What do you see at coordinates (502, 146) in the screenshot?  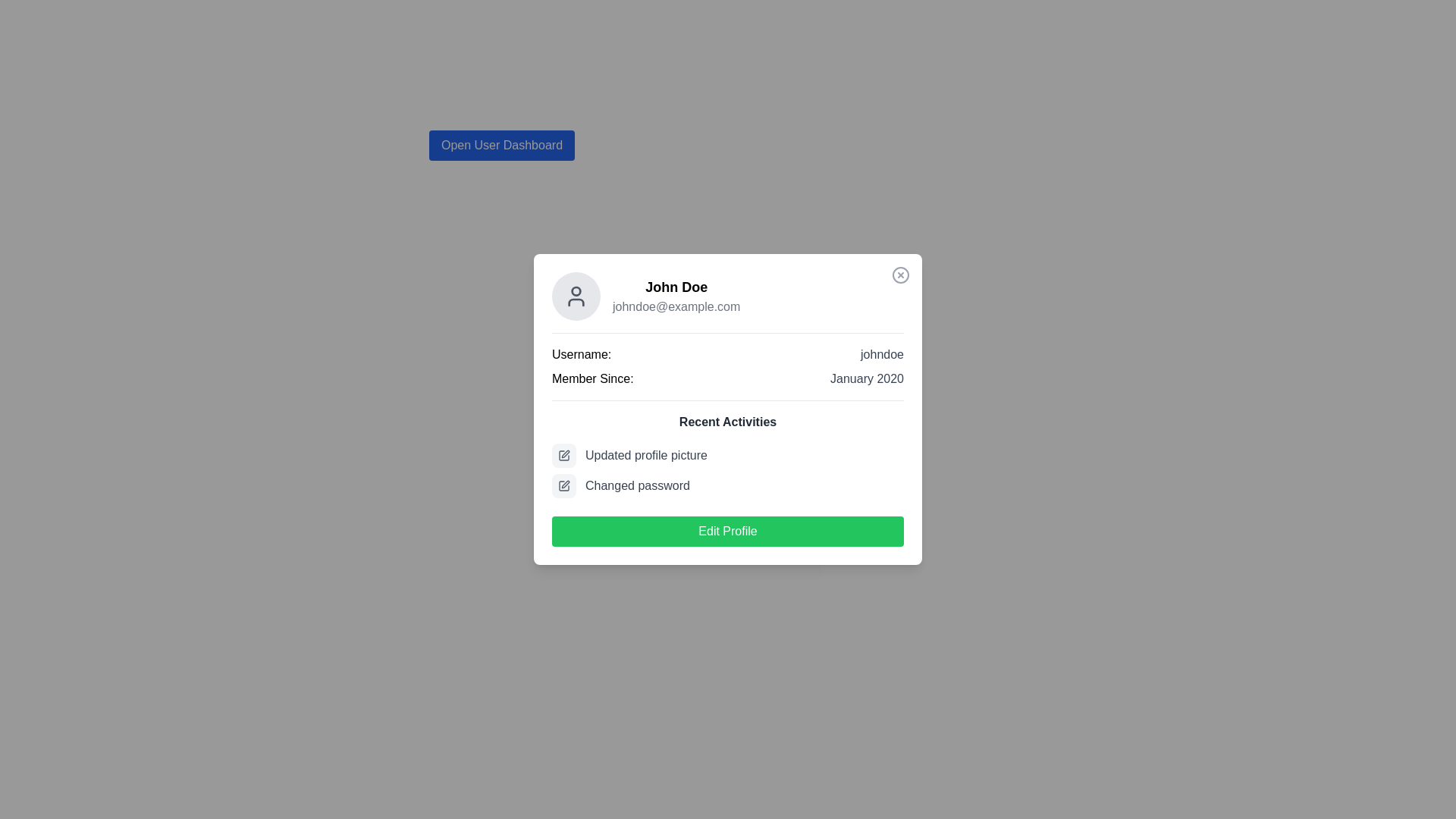 I see `the rectangular button with a blue background and white bold text reading 'Open User Dashboard'` at bounding box center [502, 146].